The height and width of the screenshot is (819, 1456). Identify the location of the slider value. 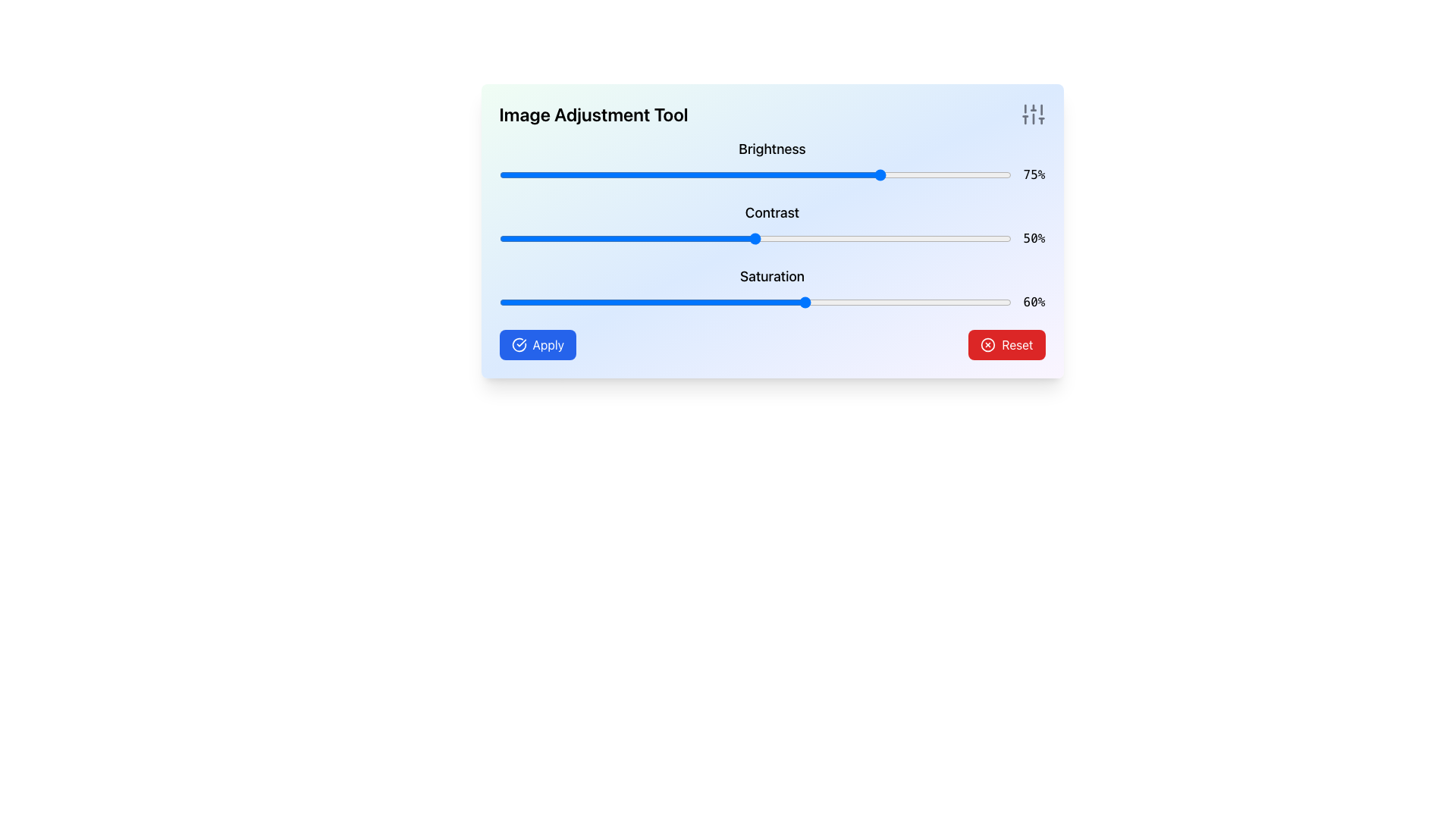
(918, 302).